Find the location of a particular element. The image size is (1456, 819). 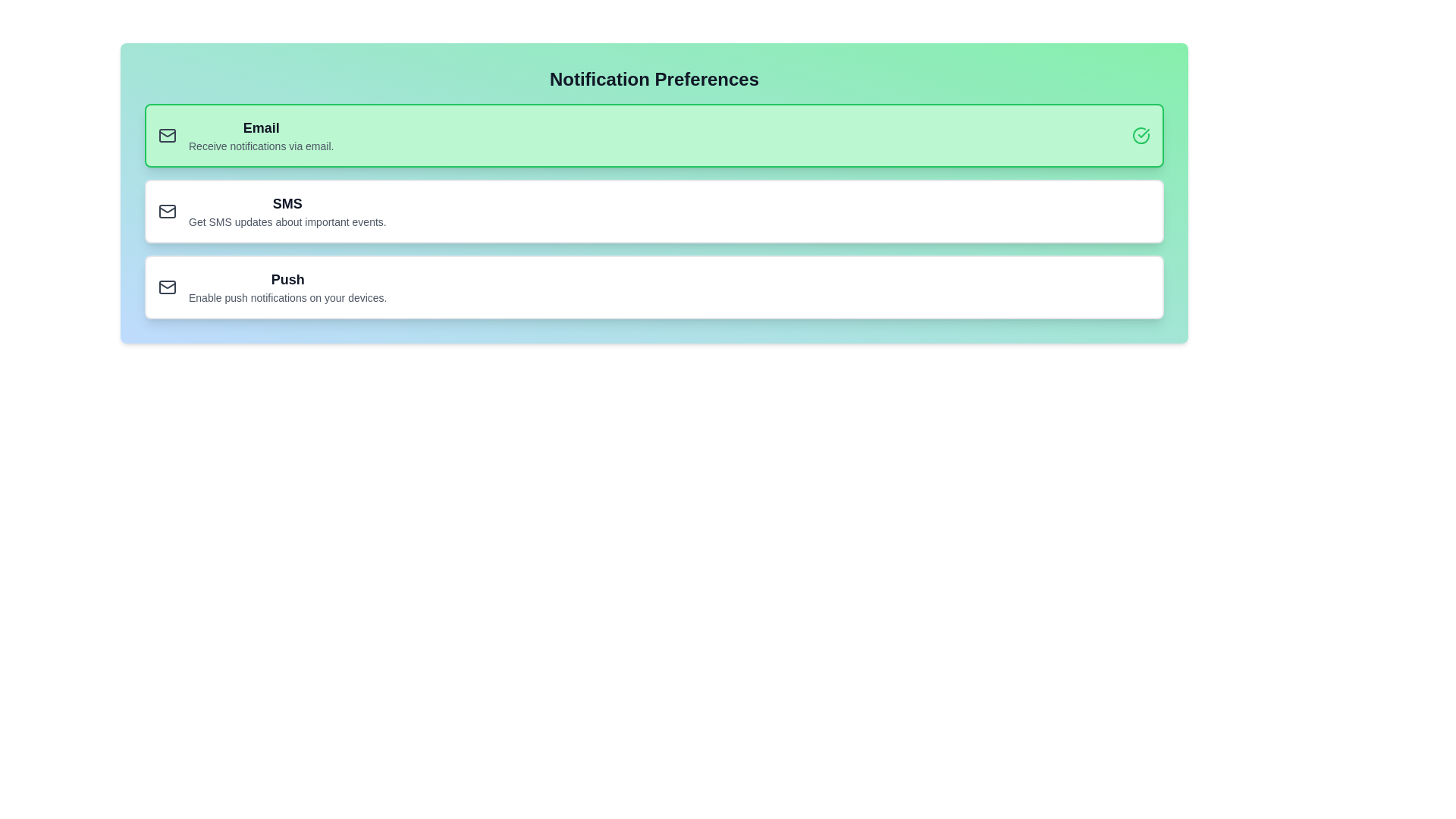

the label element displaying the title 'Push' and the subtitle 'Enable push notifications on your devices.' which is positioned within a white rectangular card as the third option in the notification preferences list is located at coordinates (287, 287).